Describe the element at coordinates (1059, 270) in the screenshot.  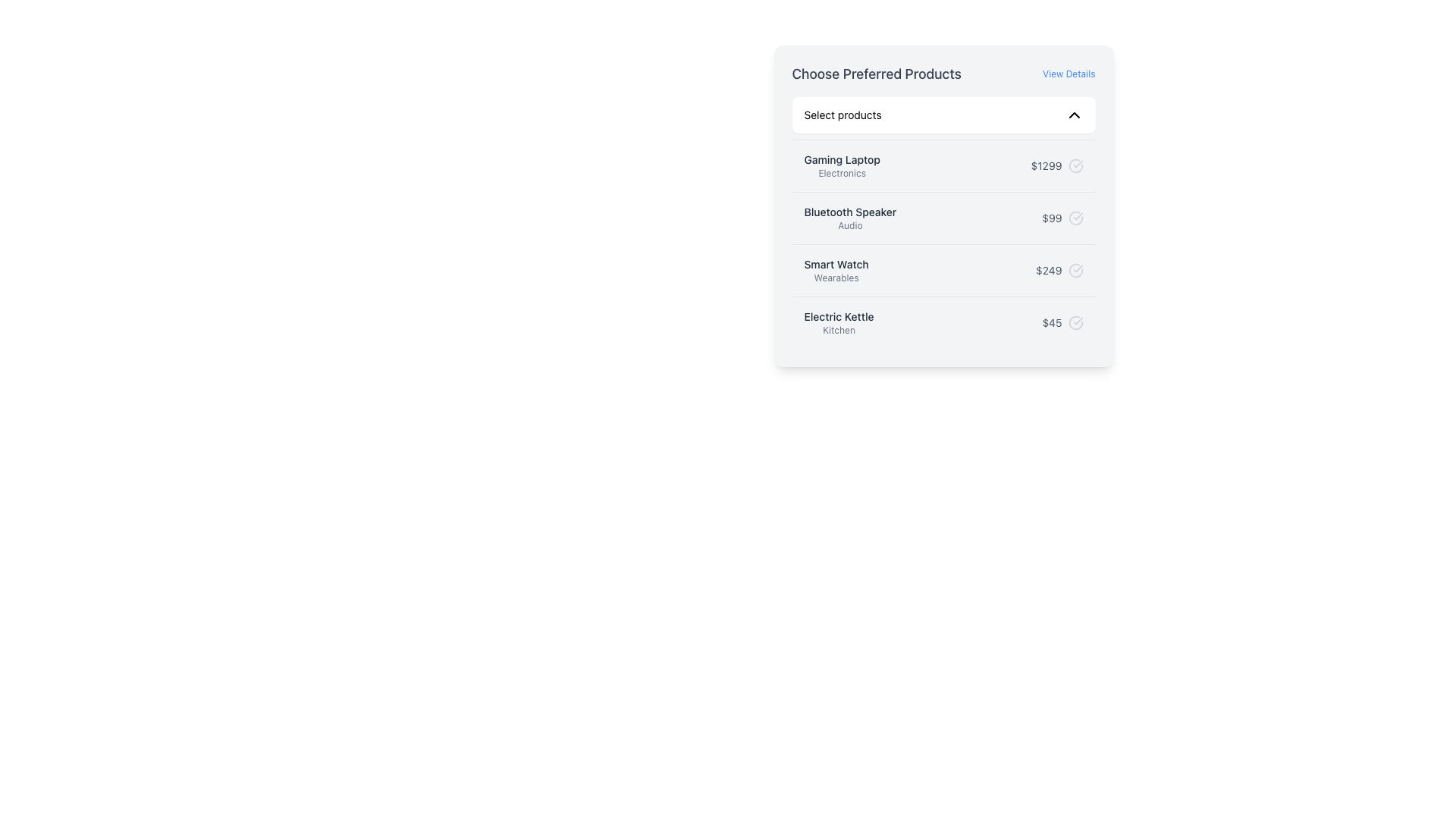
I see `the price text label for the 'Smart Watch' product located in the 'Choose Preferred Products' section, which is aligned to the right of the product name` at that location.